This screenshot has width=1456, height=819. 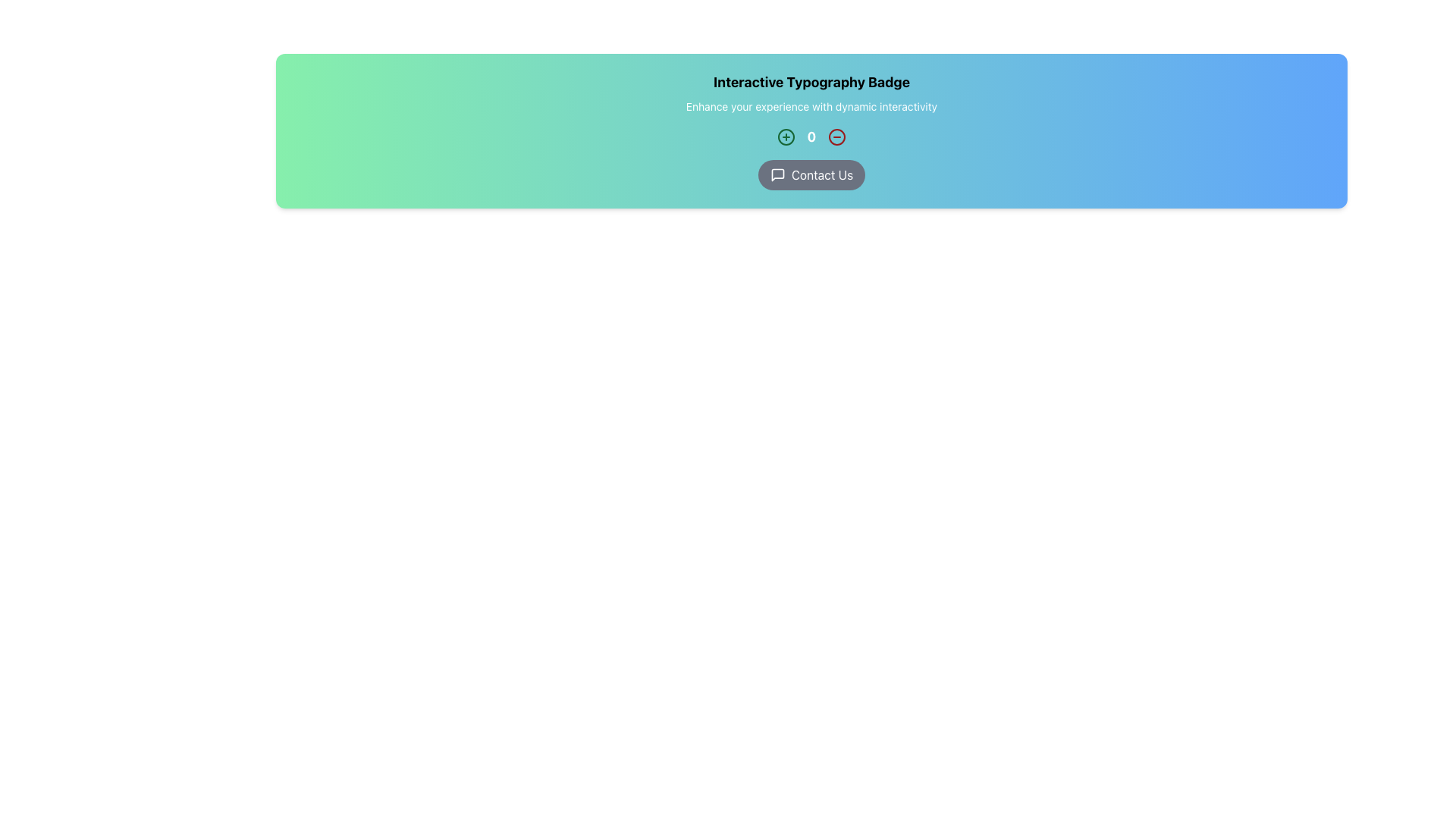 I want to click on the green circular button with a plus symbol, which is the first icon in a row of three below the header subtitle, to observe hover effects, so click(x=786, y=137).